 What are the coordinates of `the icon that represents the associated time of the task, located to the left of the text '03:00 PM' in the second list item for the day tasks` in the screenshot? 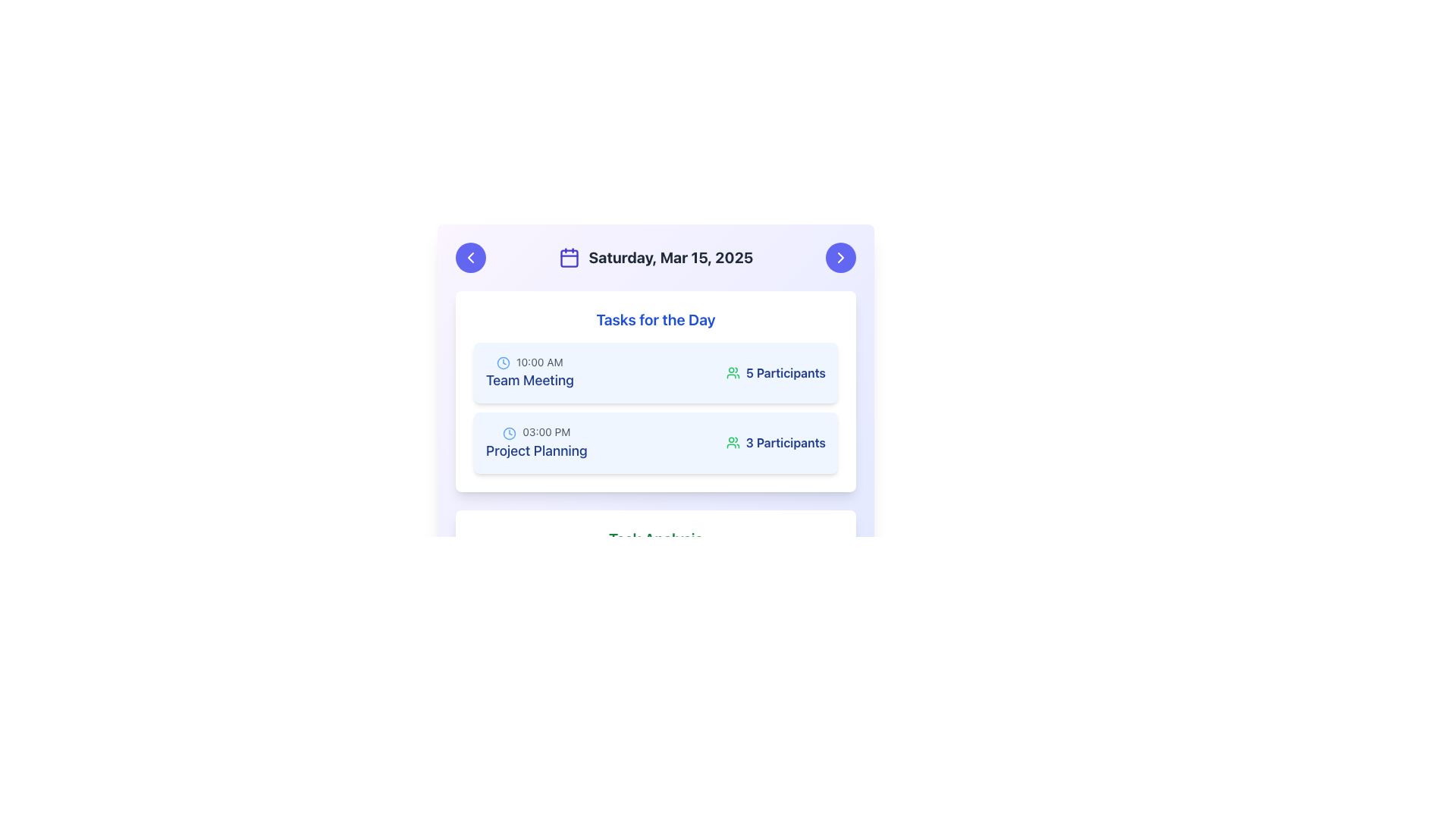 It's located at (510, 433).